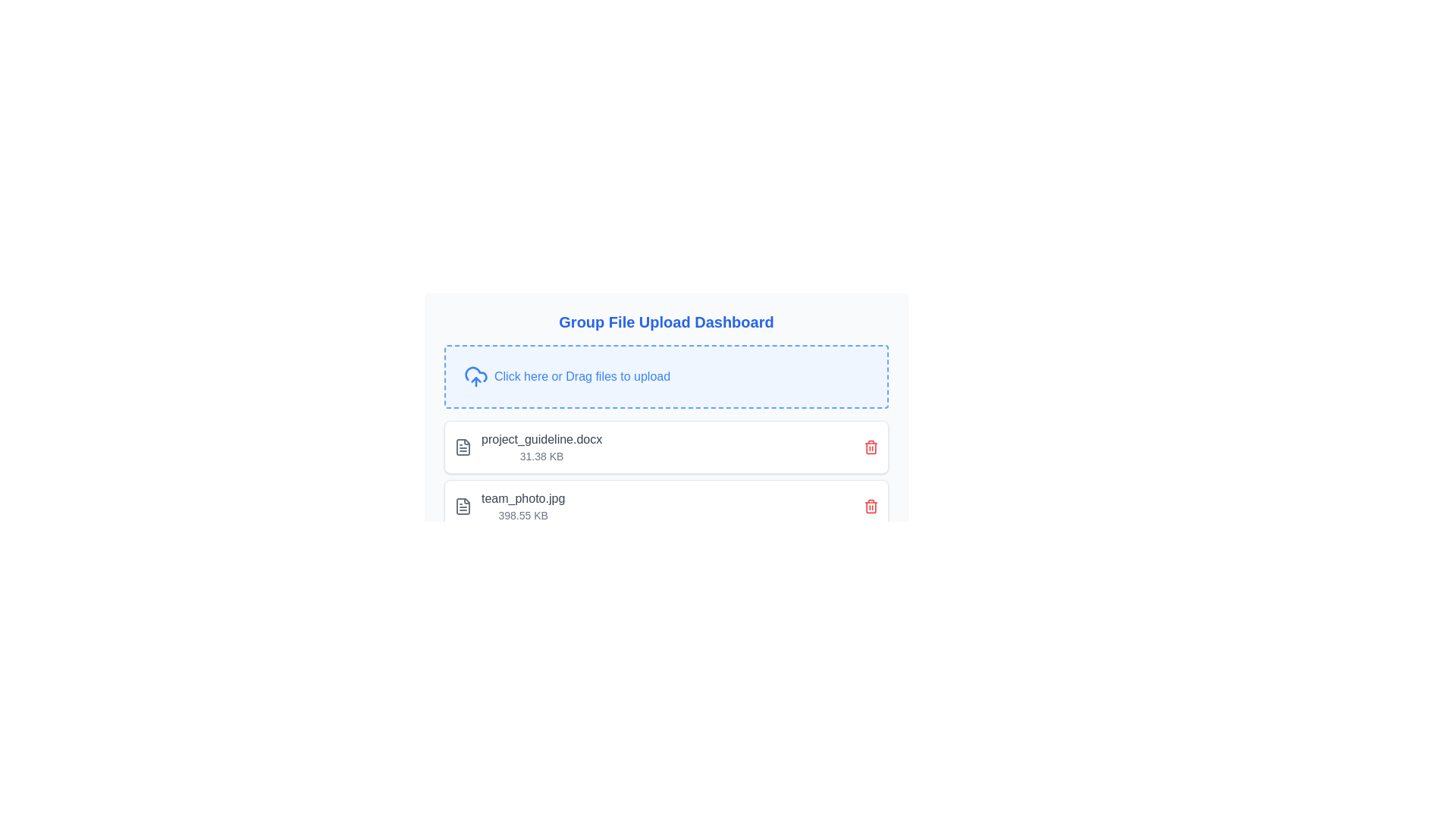  What do you see at coordinates (523, 506) in the screenshot?
I see `the text label displaying 'team_photo.jpg' and '398.55 KB' in the file upload list, which is the second item in the list` at bounding box center [523, 506].